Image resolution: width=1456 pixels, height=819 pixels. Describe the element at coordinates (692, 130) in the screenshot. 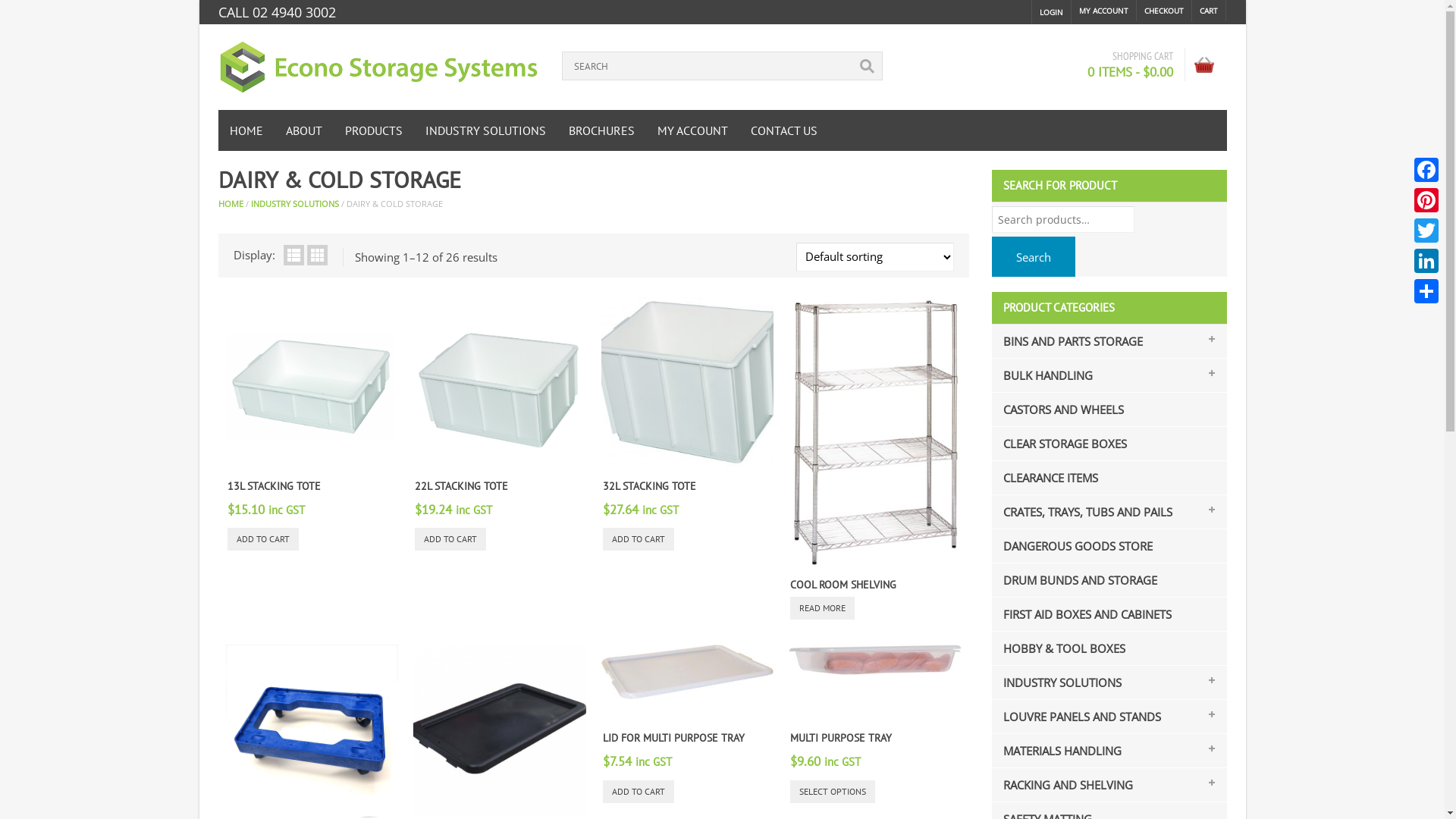

I see `'MY ACCOUNT'` at that location.